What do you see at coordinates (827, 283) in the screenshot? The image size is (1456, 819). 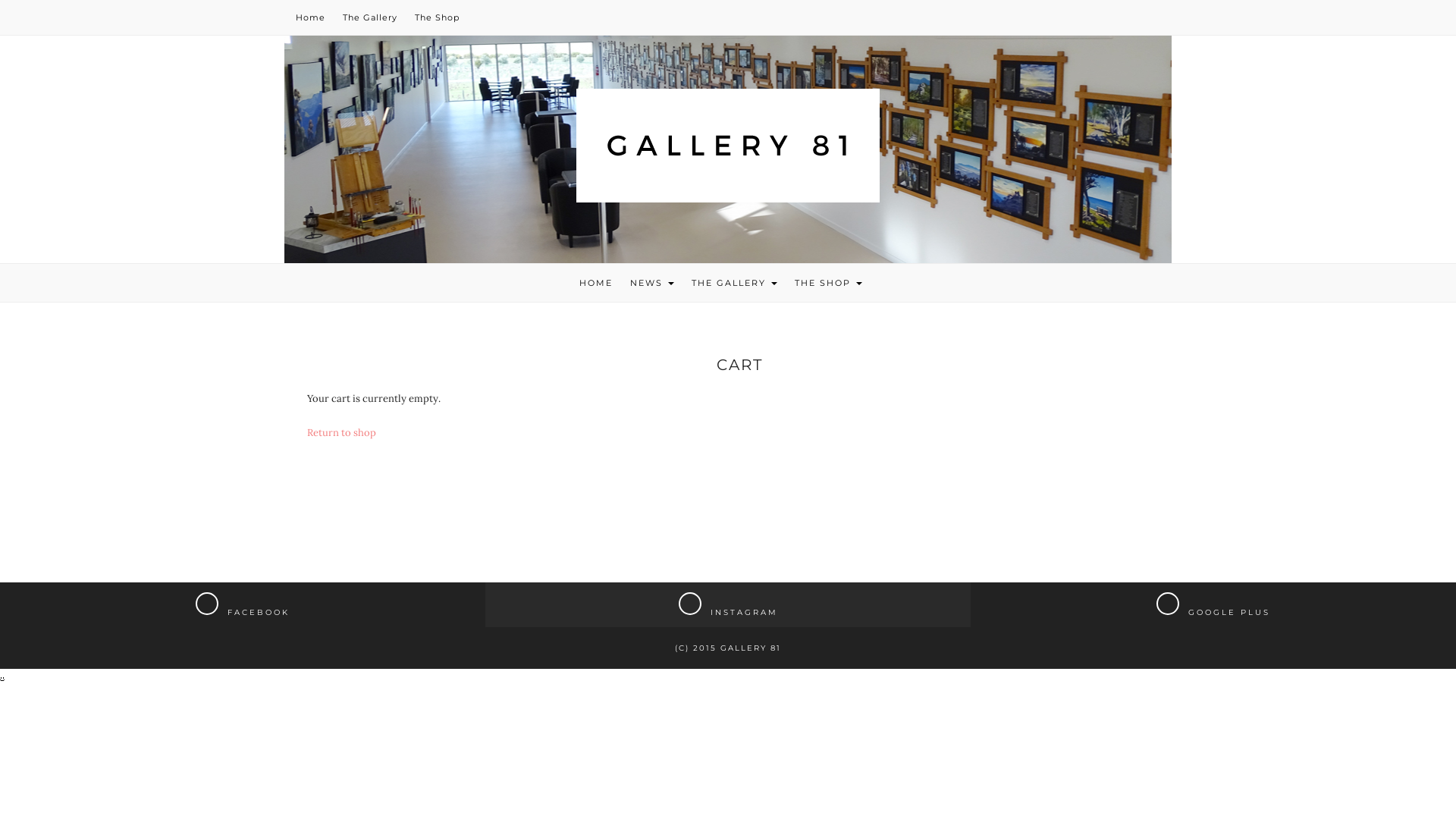 I see `'THE SHOP'` at bounding box center [827, 283].